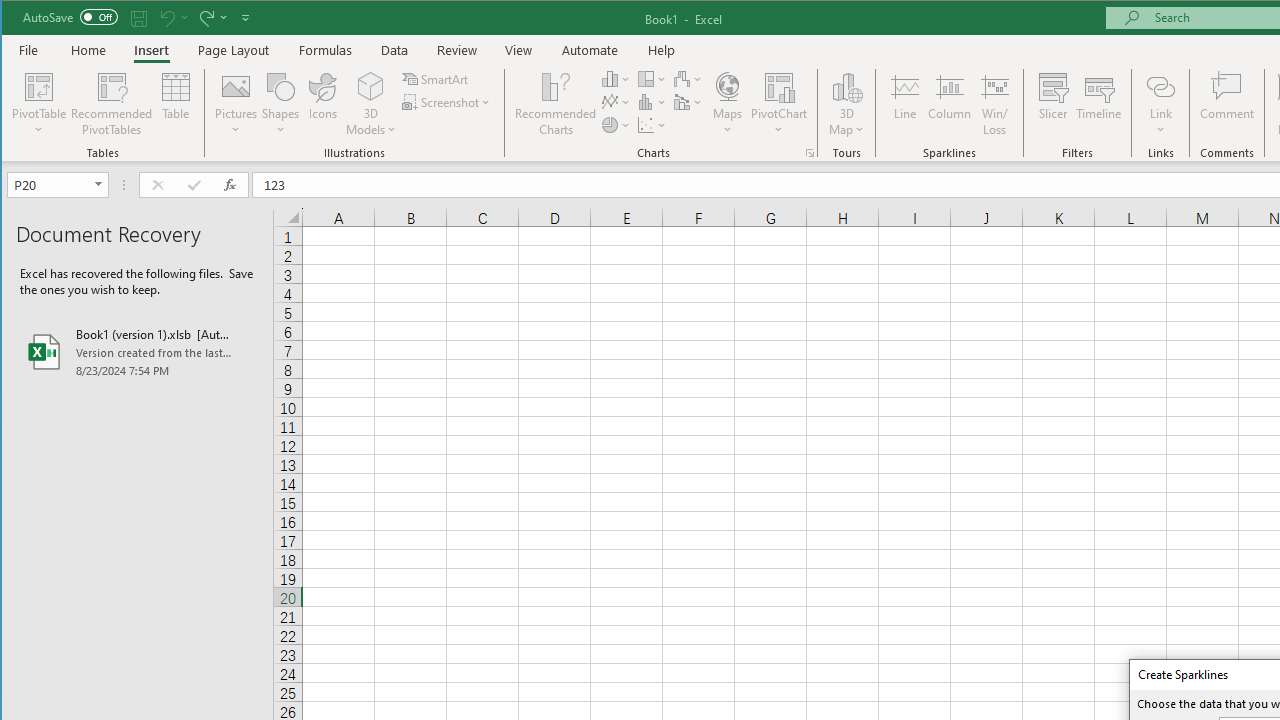 This screenshot has width=1280, height=720. What do you see at coordinates (846, 85) in the screenshot?
I see `'3D Map'` at bounding box center [846, 85].